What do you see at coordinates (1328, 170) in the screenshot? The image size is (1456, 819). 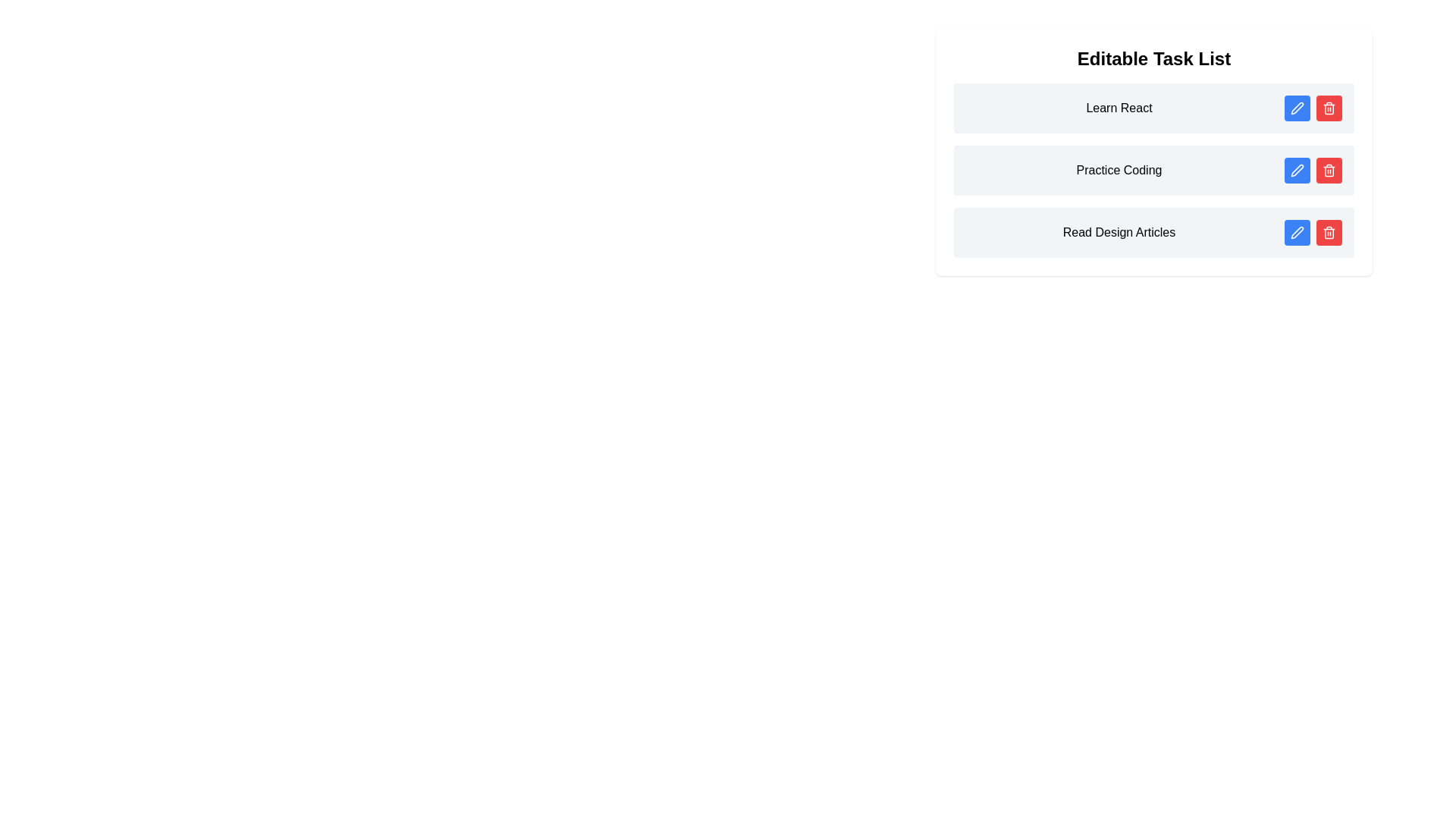 I see `the delete button with a red background and a trash bin icon` at bounding box center [1328, 170].